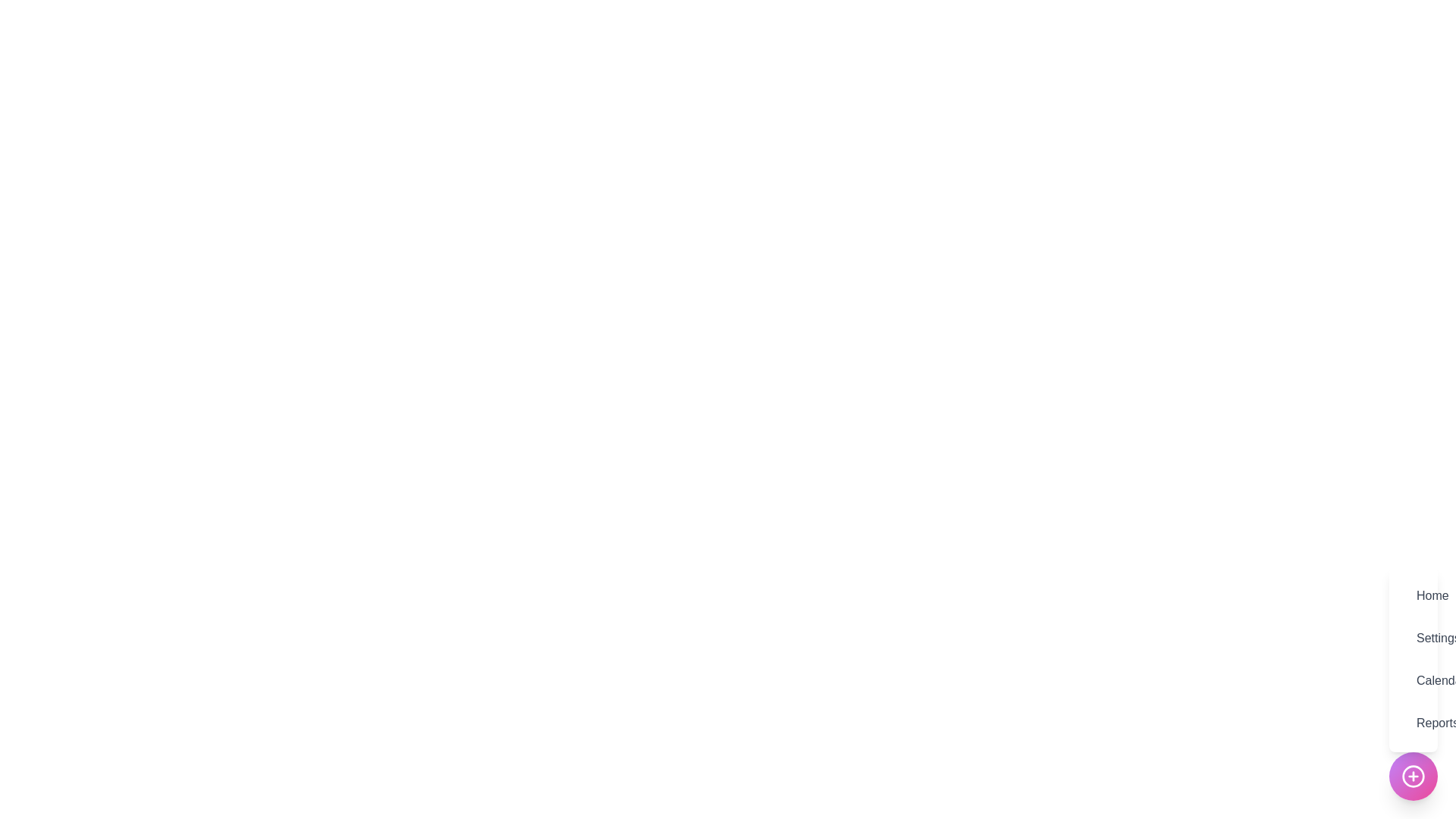  What do you see at coordinates (1412, 638) in the screenshot?
I see `the menu item Settings to select it` at bounding box center [1412, 638].